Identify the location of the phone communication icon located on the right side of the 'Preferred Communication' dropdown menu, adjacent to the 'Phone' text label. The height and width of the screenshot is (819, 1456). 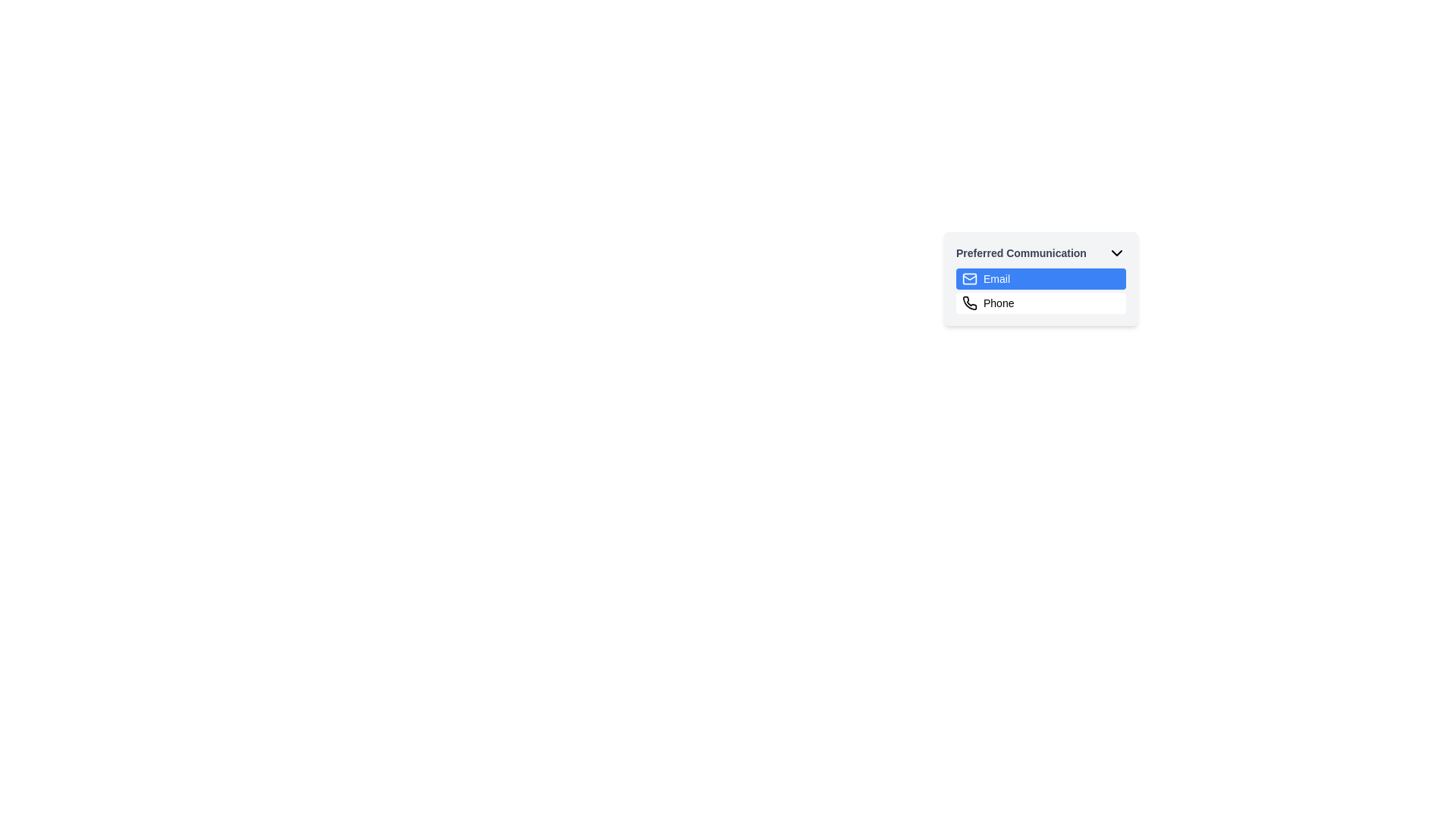
(969, 303).